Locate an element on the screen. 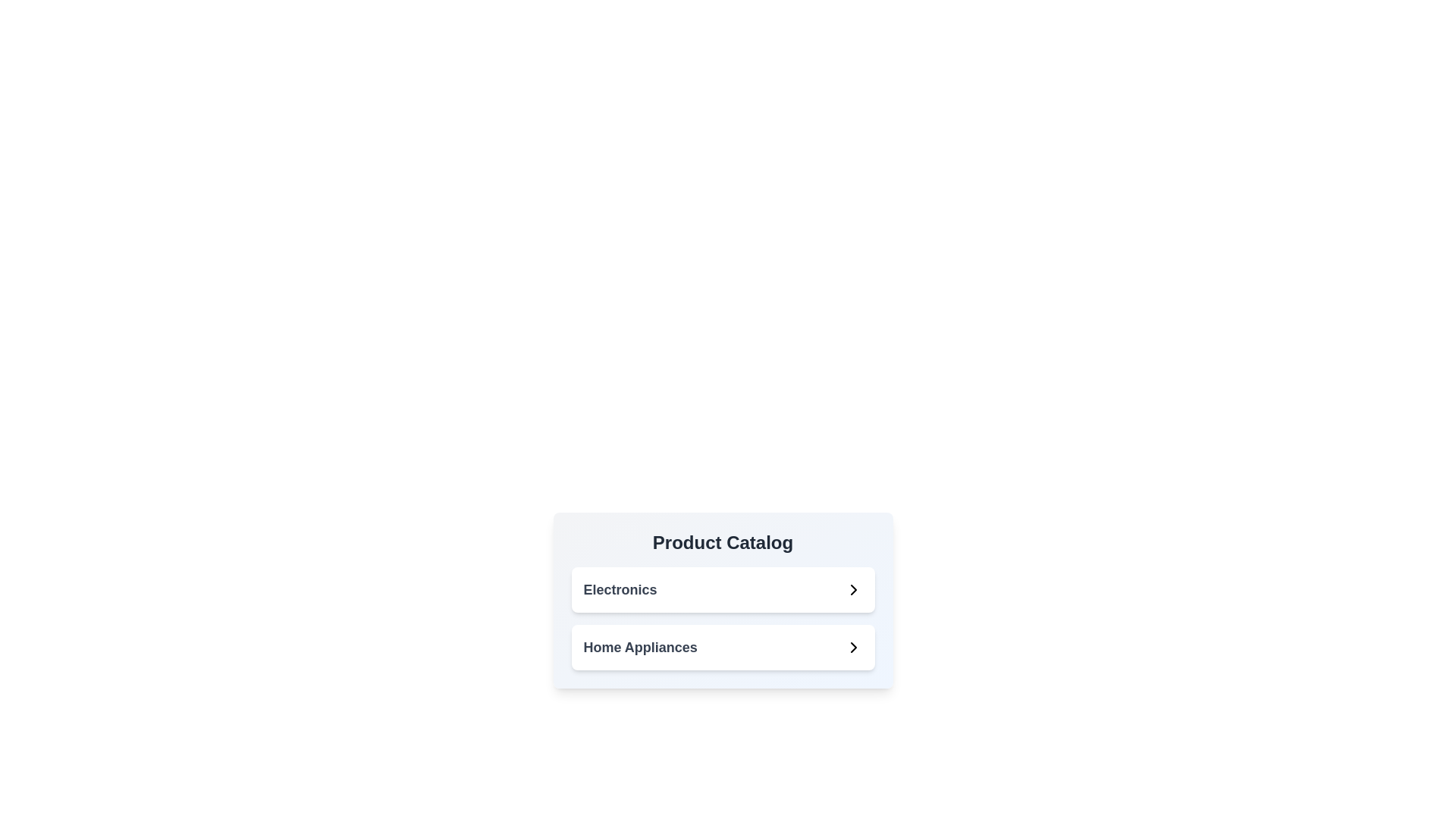 The height and width of the screenshot is (819, 1456). the 'Home Appliances' button-like interactive list item, which is the second option in the 'Product Catalog' section is located at coordinates (722, 647).